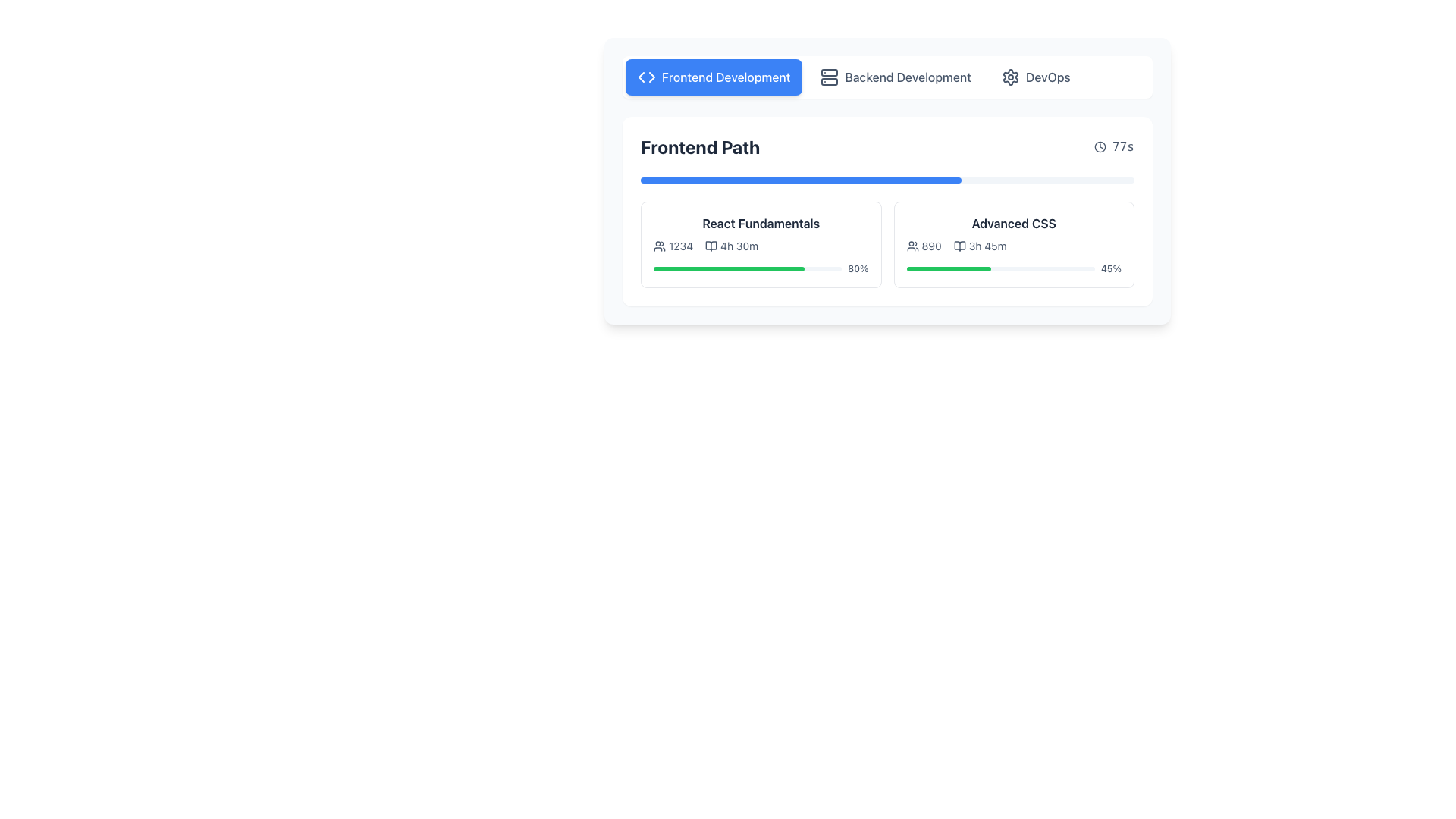 This screenshot has width=1456, height=819. Describe the element at coordinates (896, 77) in the screenshot. I see `the 'Backend Development' button, which is a rectangular button with rounded corners and a white background featuring the text label in dark slate color and an icon resembling a server rack` at that location.